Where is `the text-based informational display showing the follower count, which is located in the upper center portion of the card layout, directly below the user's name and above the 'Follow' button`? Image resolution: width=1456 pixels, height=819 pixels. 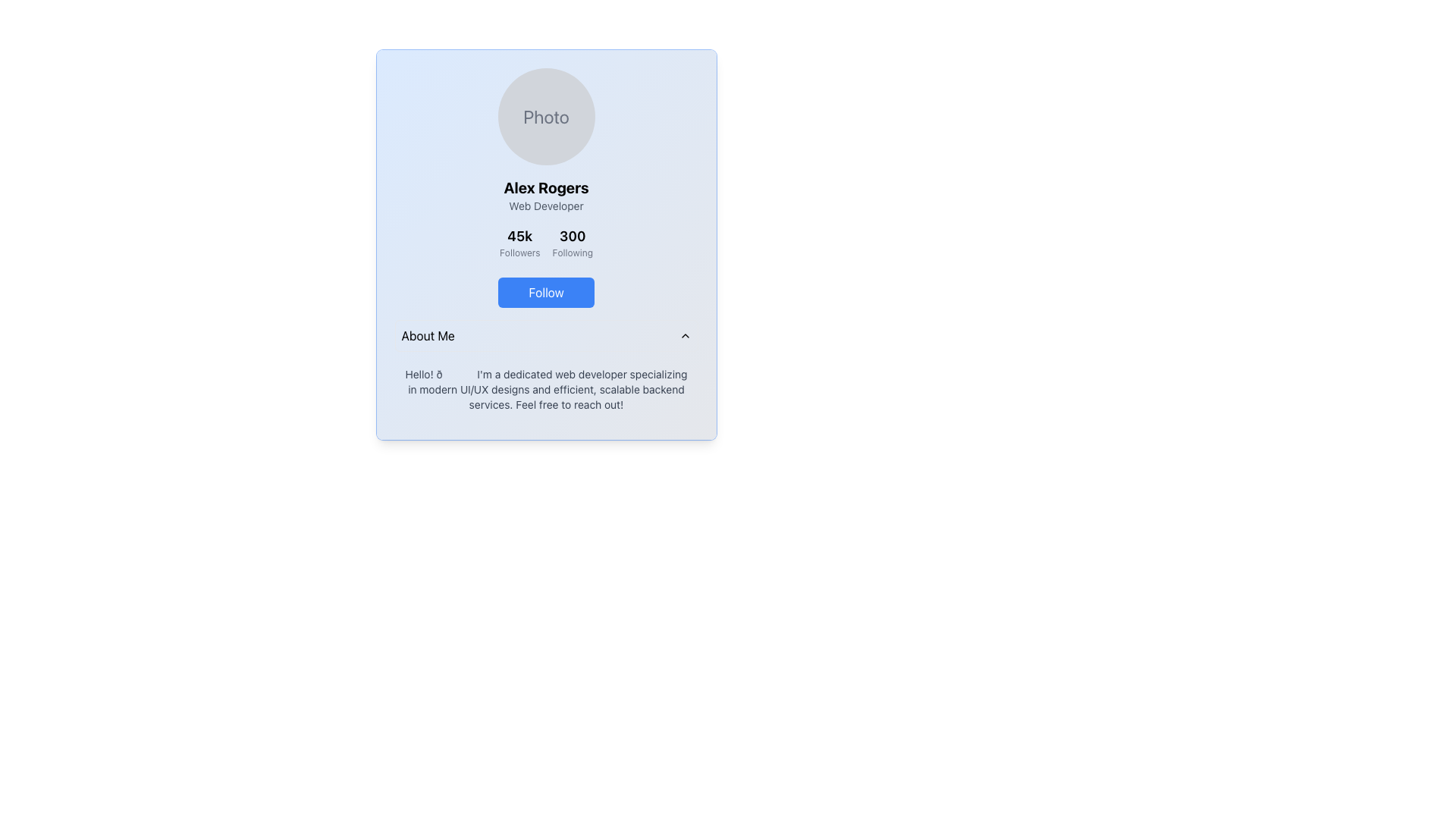 the text-based informational display showing the follower count, which is located in the upper center portion of the card layout, directly below the user's name and above the 'Follow' button is located at coordinates (519, 242).